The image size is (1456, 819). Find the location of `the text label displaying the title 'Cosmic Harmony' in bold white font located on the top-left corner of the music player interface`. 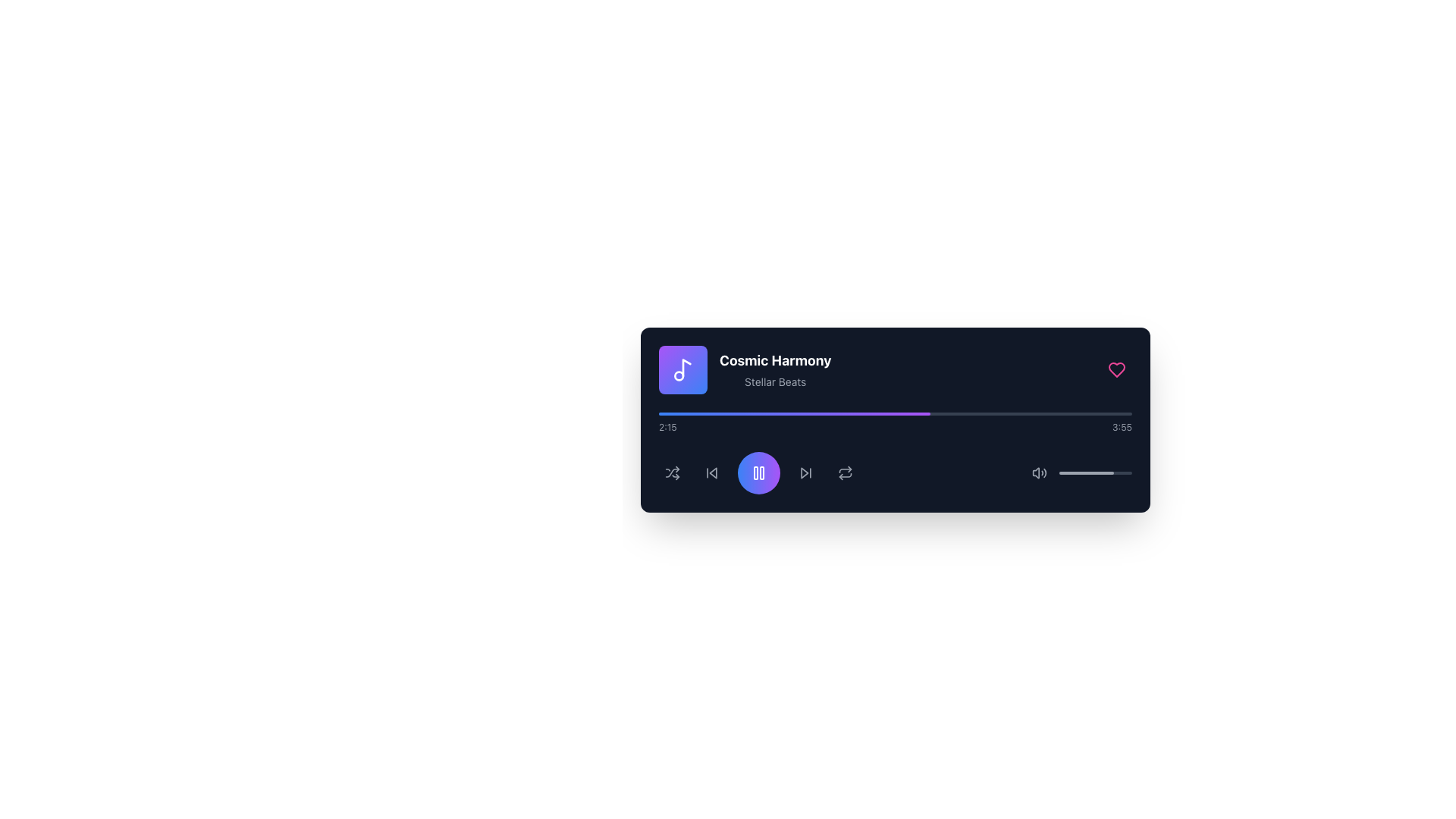

the text label displaying the title 'Cosmic Harmony' in bold white font located on the top-left corner of the music player interface is located at coordinates (775, 360).